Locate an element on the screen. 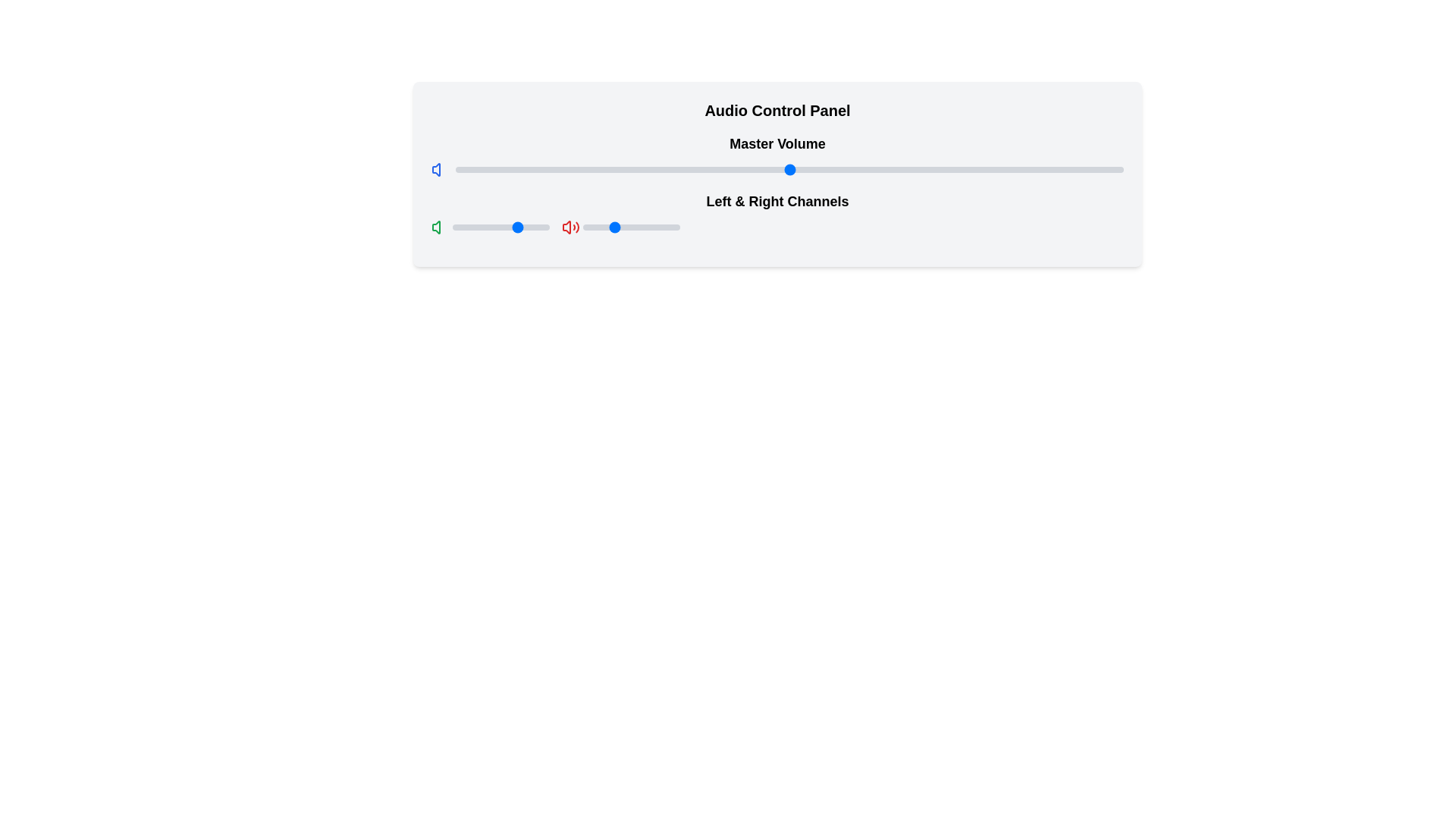 This screenshot has width=1456, height=819. the master volume is located at coordinates (815, 169).